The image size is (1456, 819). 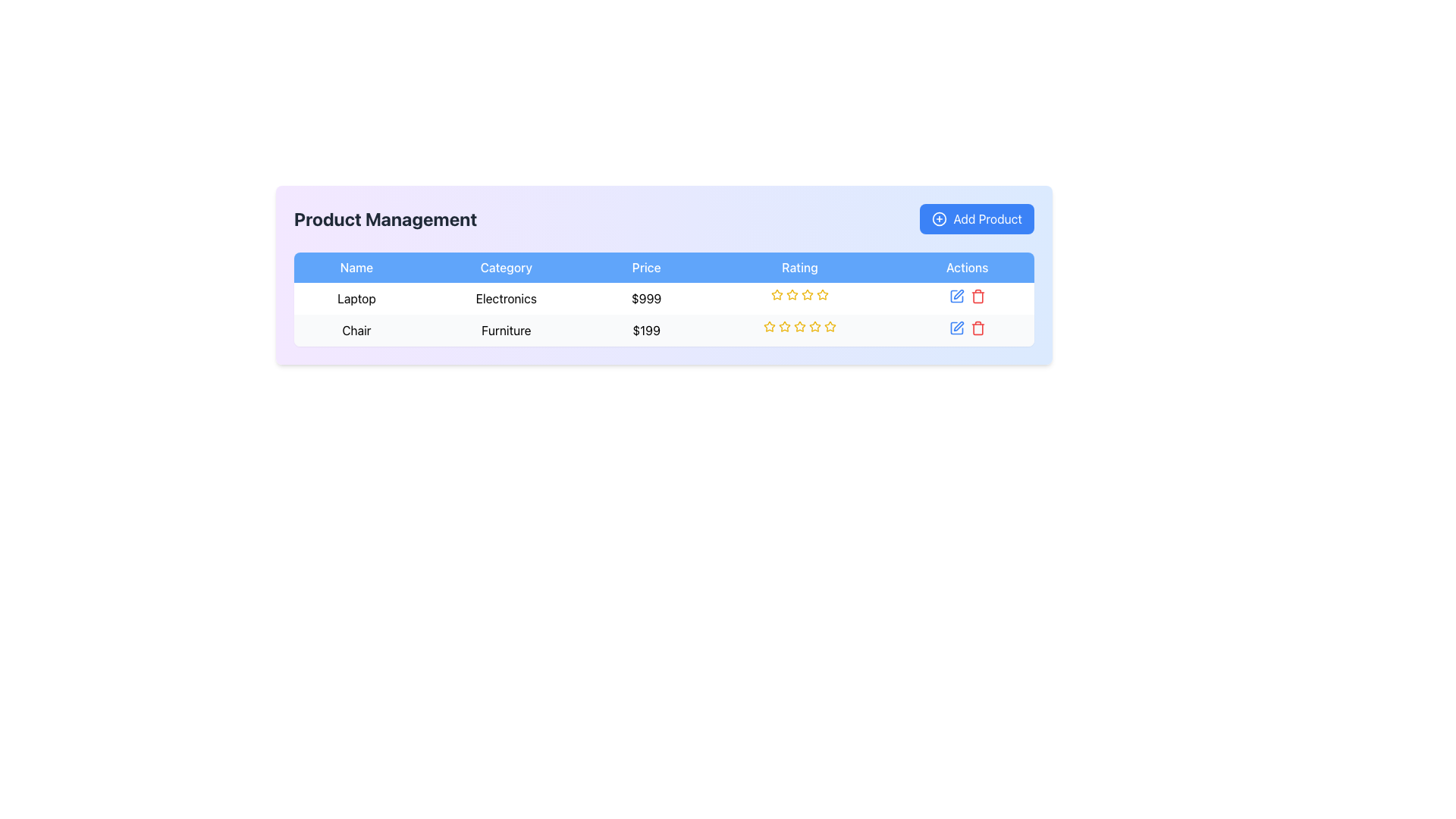 What do you see at coordinates (646, 267) in the screenshot?
I see `the static textual label displaying 'Price' in white font, which is centered on a blue background in the header row of the table layout` at bounding box center [646, 267].